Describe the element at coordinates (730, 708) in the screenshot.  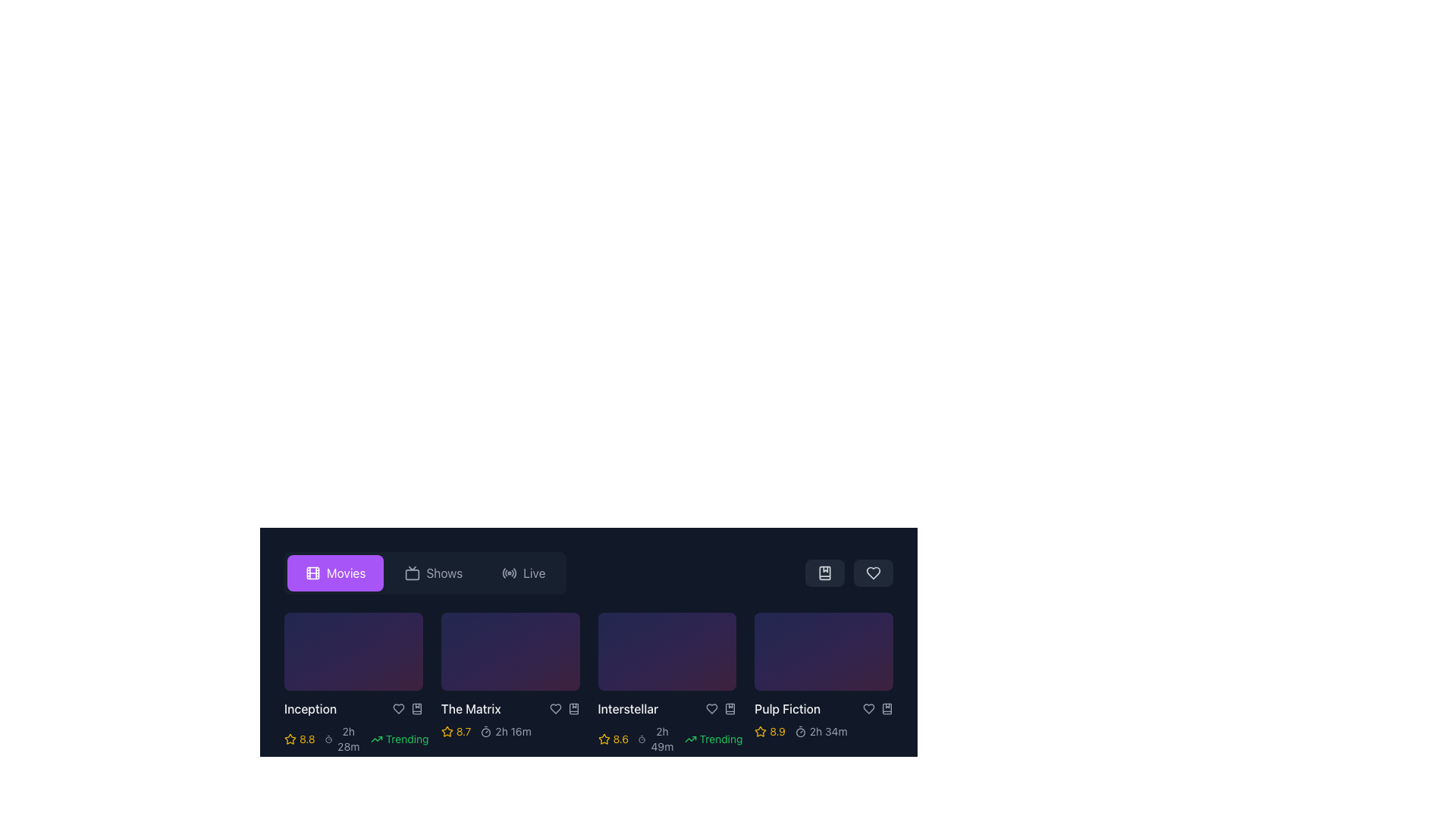
I see `the gray bookmark icon button located beneath the 'Pulp Fiction' tile, which is to the right of the heart-shaped icon` at that location.